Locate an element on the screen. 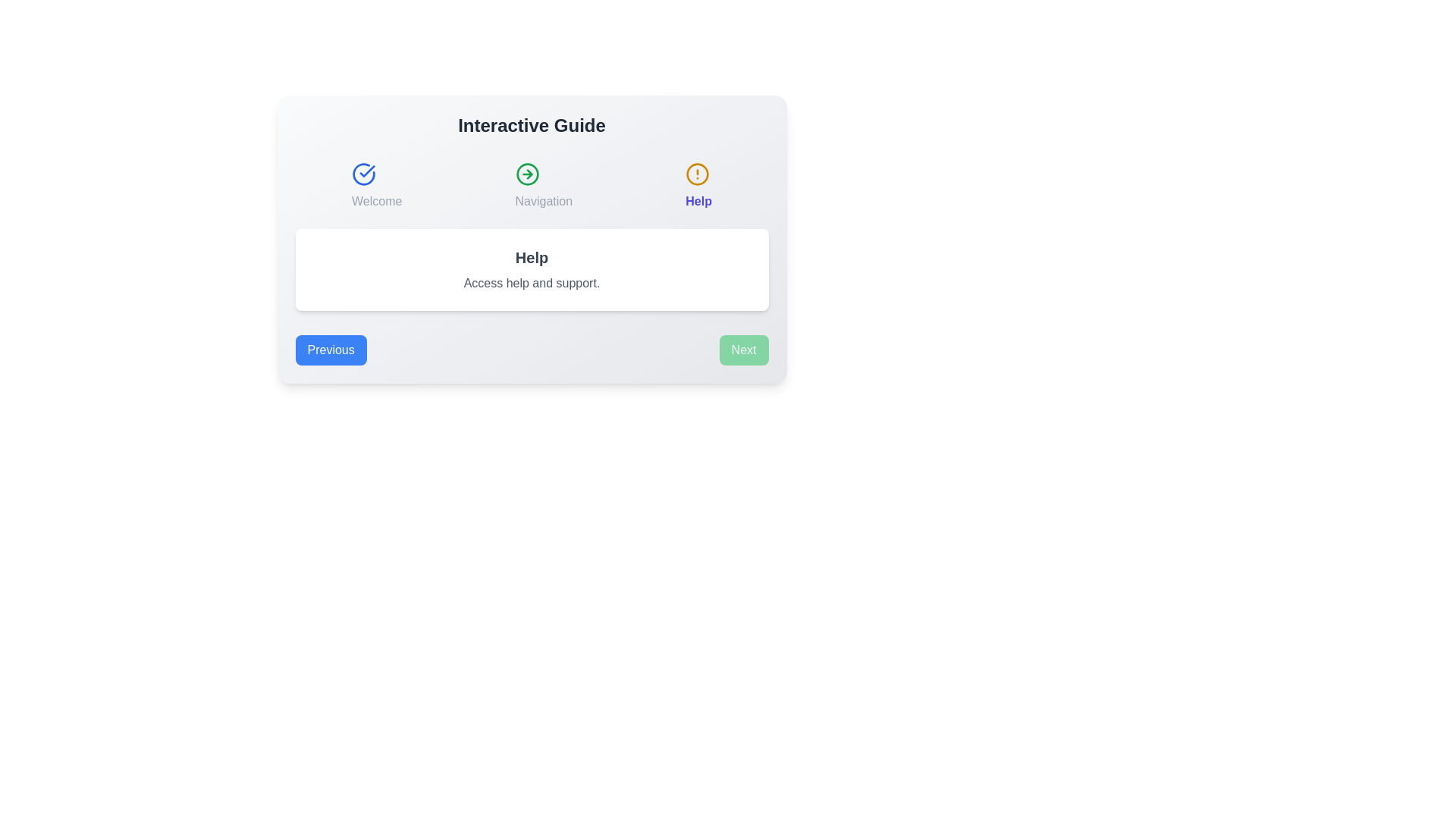 The image size is (1456, 819). the green 'Next' button with white text located at the bottom-right of the card interface is located at coordinates (744, 350).